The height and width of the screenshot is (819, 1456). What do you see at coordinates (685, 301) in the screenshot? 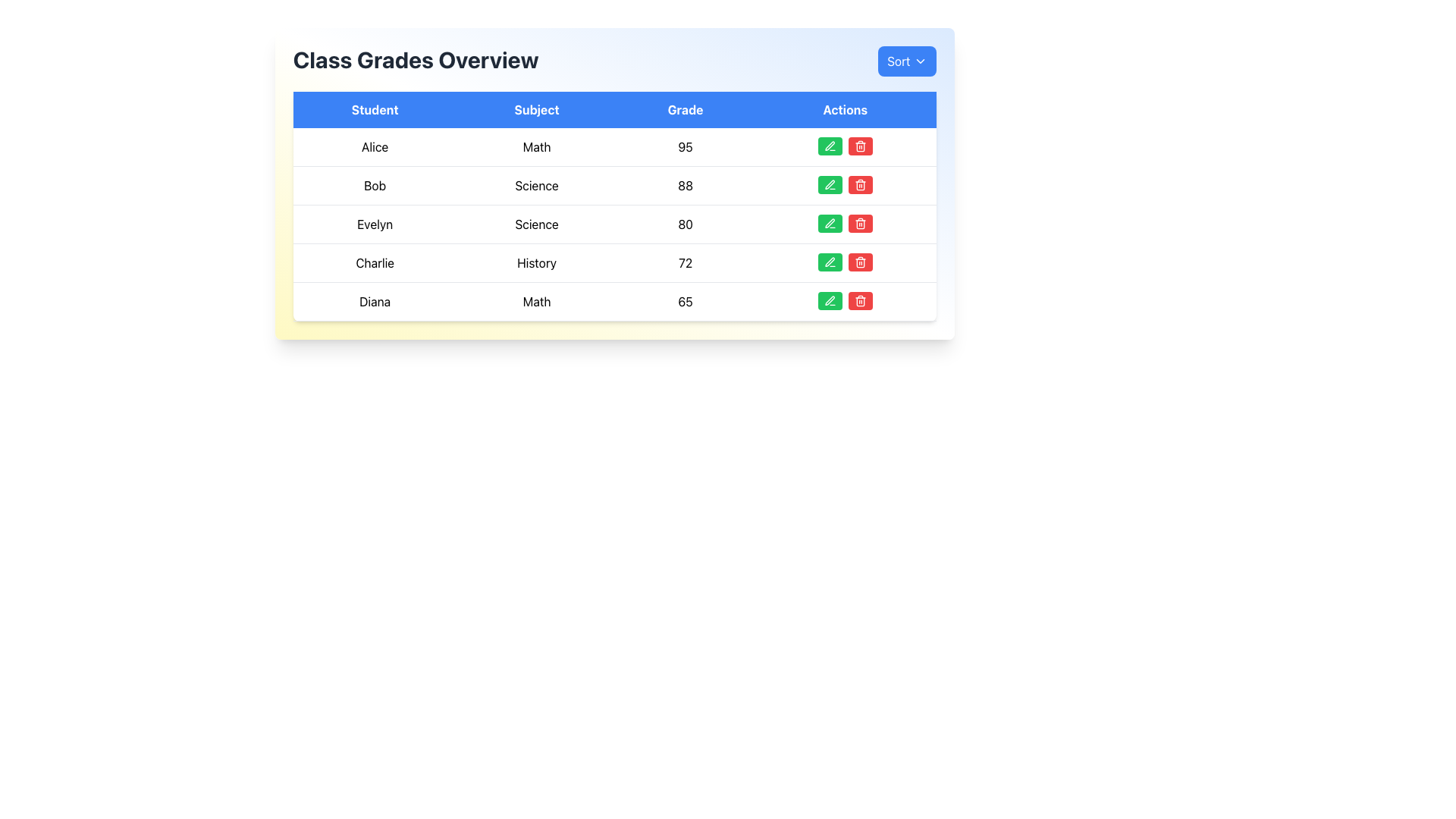
I see `the numerical text '65' displayed in black font within the 'Grade' column of the table, which corresponds to the row for 'Diana'` at bounding box center [685, 301].